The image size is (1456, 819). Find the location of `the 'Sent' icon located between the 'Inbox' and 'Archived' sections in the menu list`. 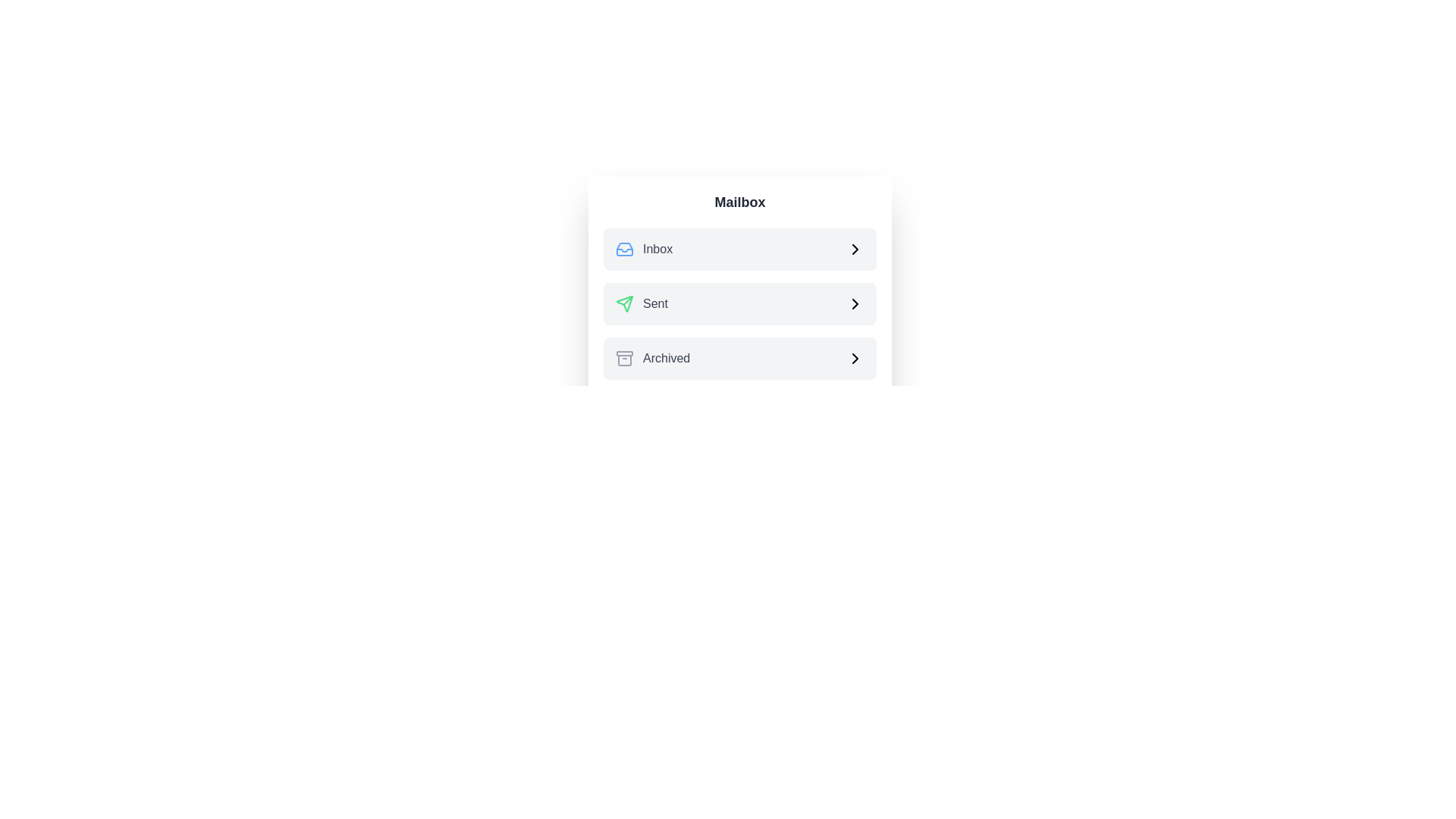

the 'Sent' icon located between the 'Inbox' and 'Archived' sections in the menu list is located at coordinates (625, 304).